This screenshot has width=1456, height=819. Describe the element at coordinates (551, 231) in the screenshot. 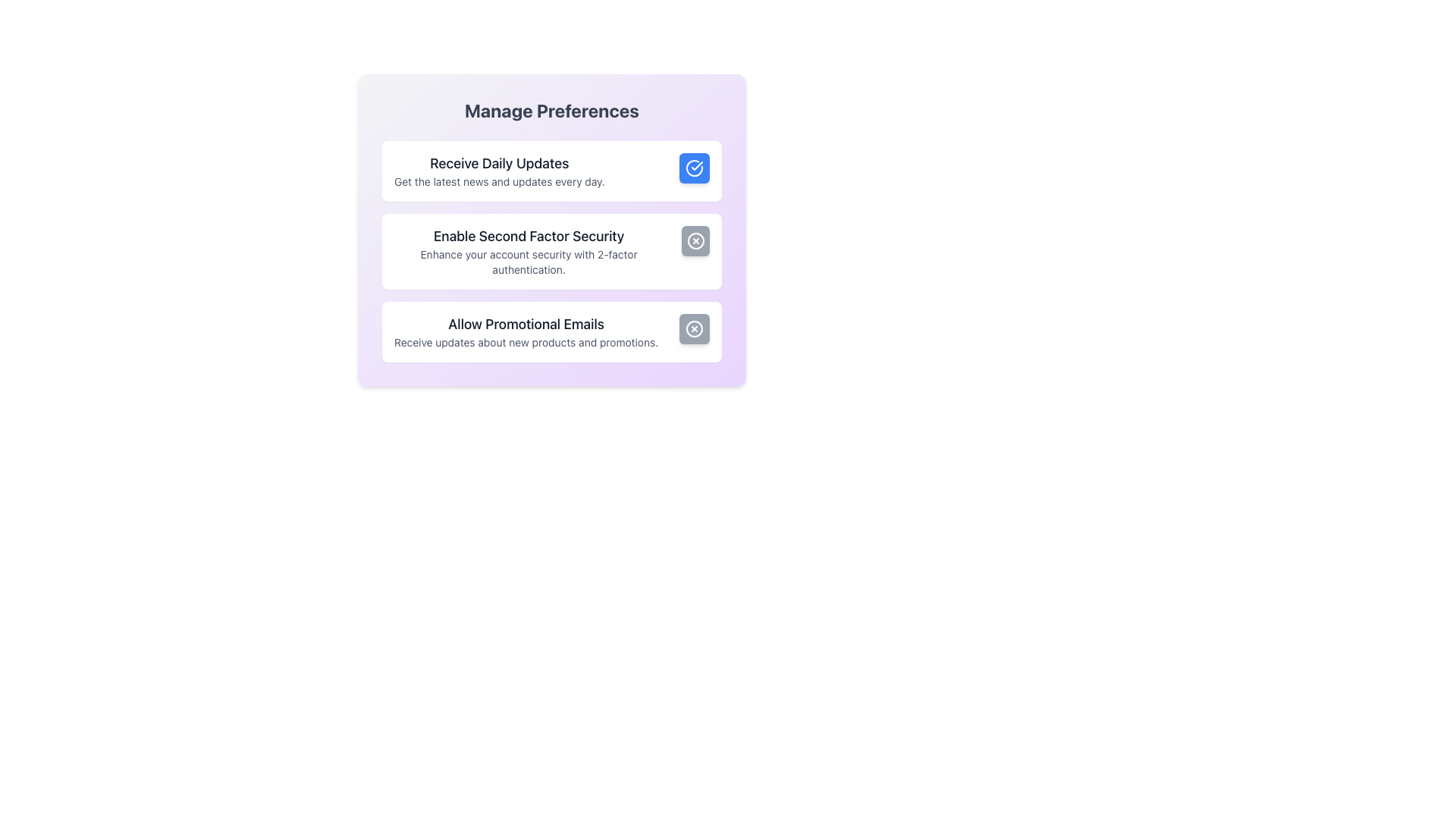

I see `the Settings panel, which allows users to manage preferences such as notifications, account security, and promotional emails` at that location.